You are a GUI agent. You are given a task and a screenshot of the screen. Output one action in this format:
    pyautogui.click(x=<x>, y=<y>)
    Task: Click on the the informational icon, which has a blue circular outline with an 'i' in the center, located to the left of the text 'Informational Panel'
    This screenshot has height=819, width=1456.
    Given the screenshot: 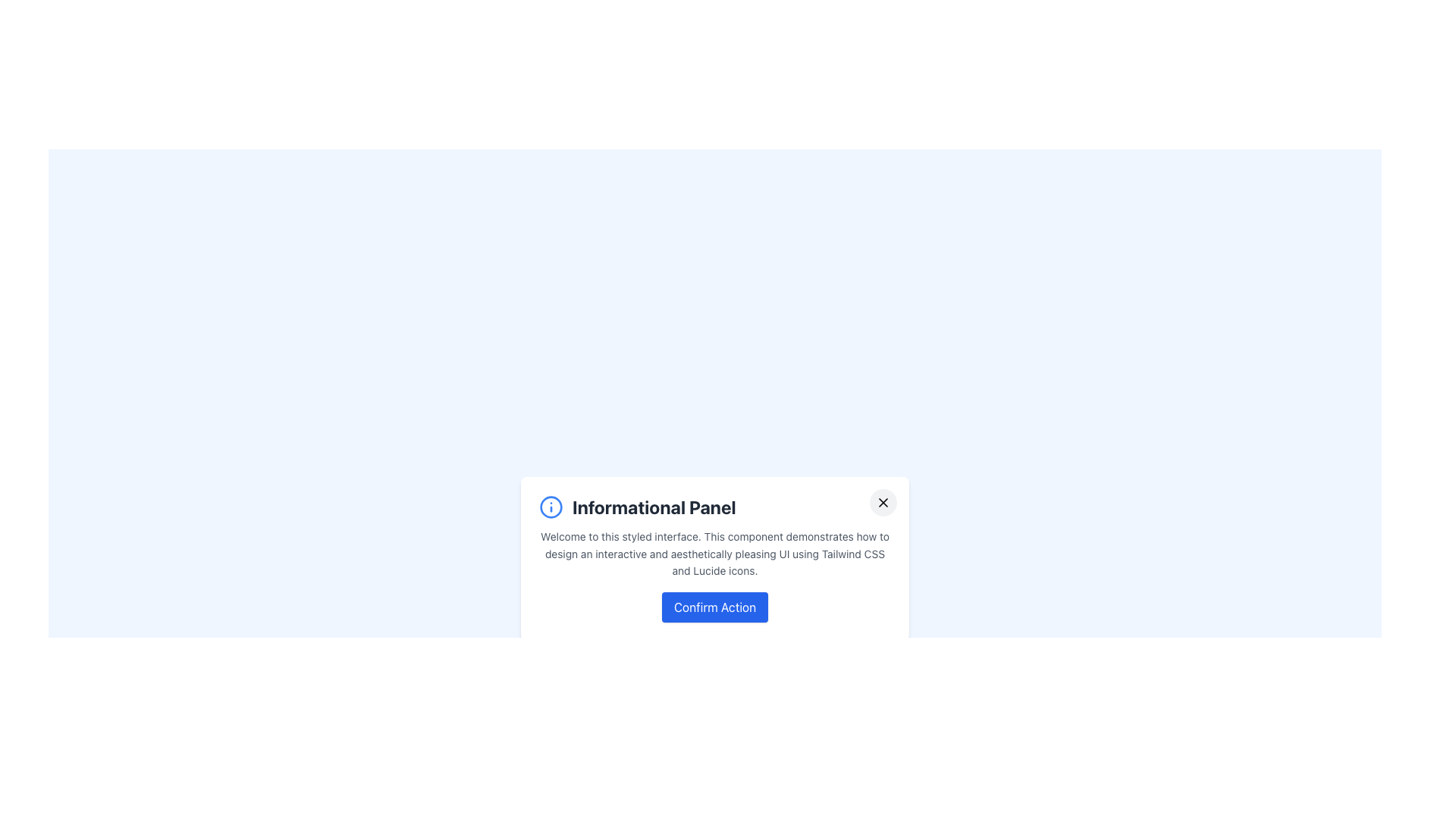 What is the action you would take?
    pyautogui.click(x=550, y=506)
    